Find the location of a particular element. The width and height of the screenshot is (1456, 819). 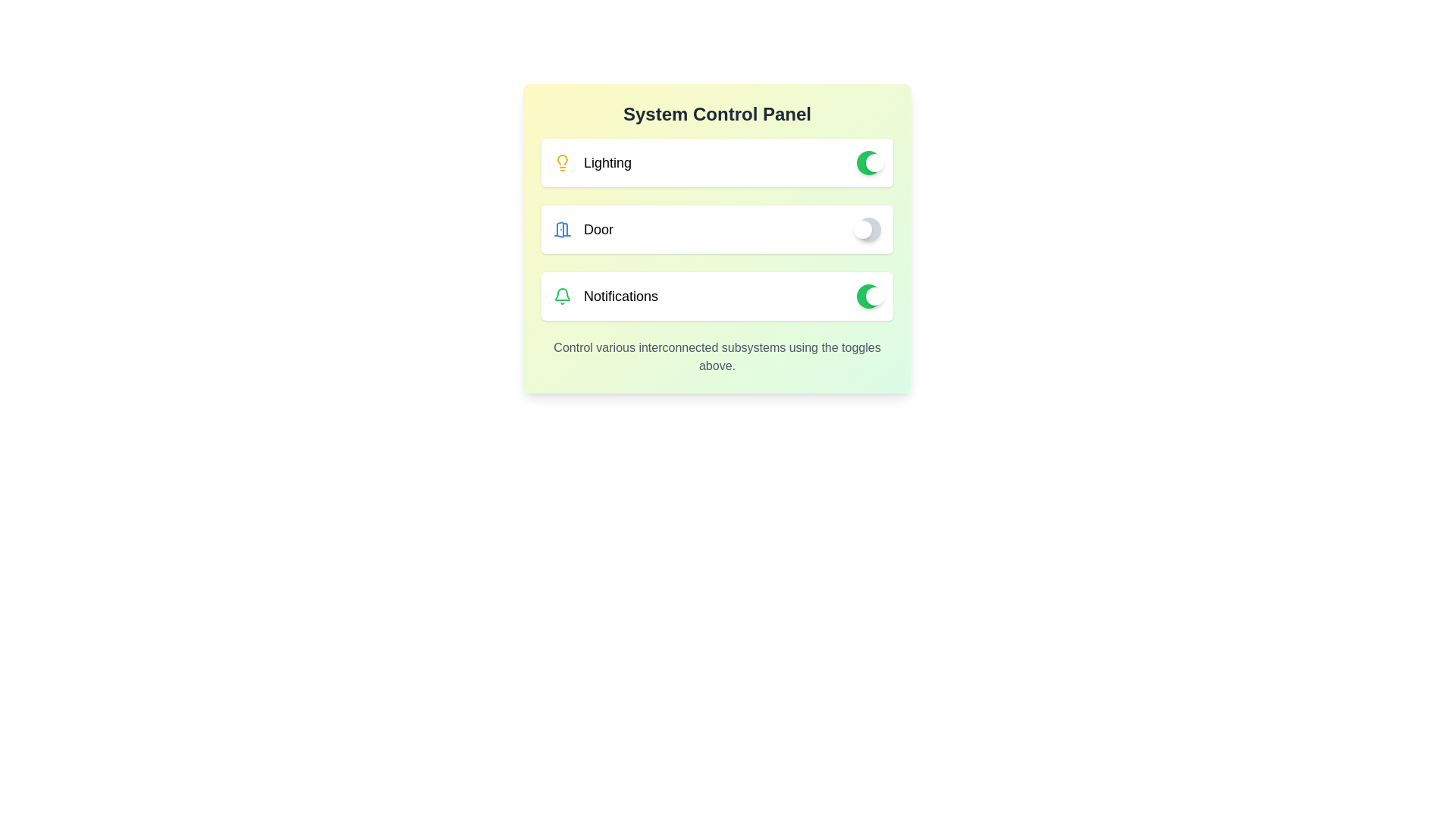

the toggle button for the door switch to change its state is located at coordinates (869, 230).